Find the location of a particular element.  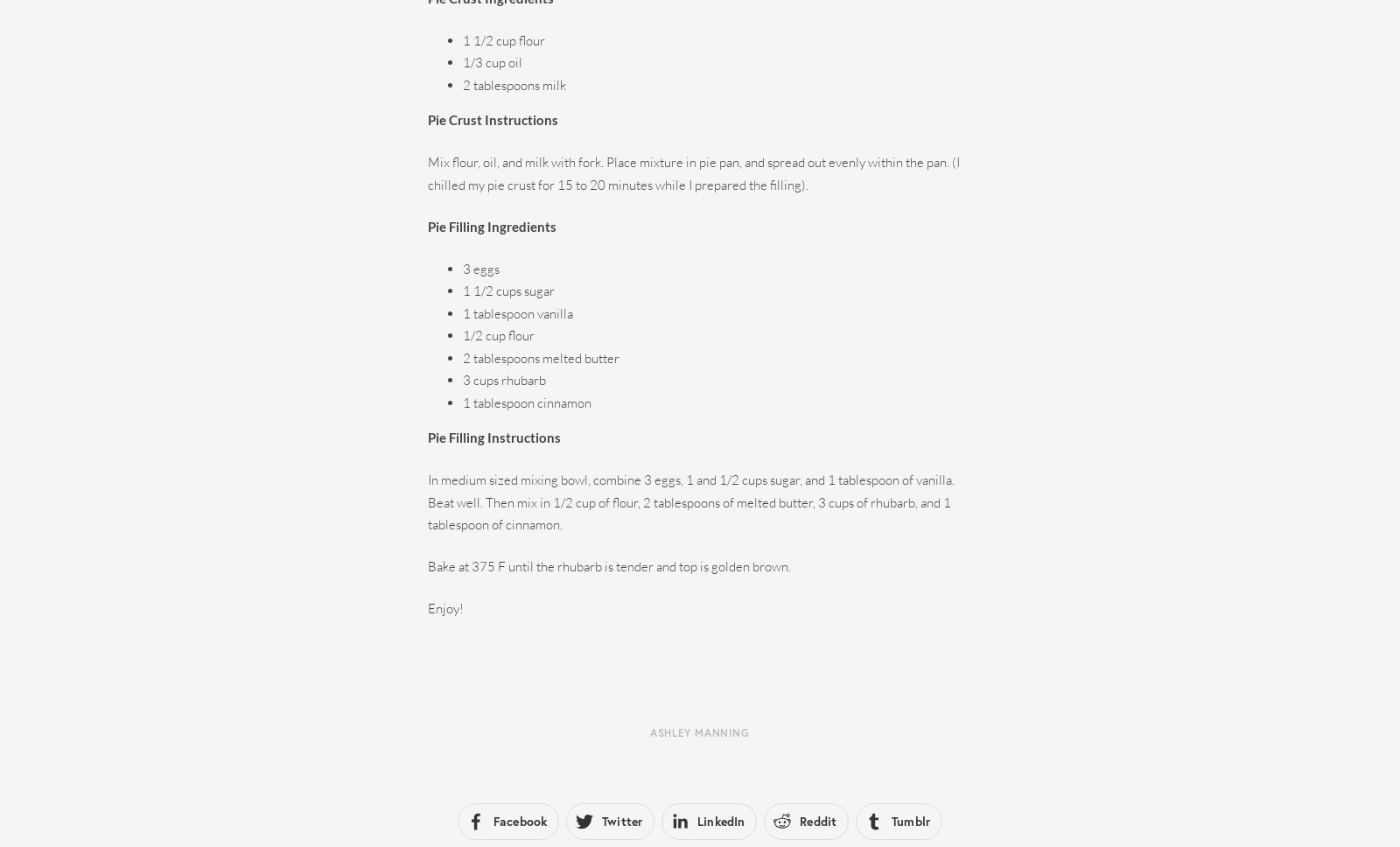

'Mix flour, oil, and milk with fork. Place mixture in pie pan, and spread out evenly within the pan. (I chilled my pie crust for 15 to 20 minutes while I prepared the filling).' is located at coordinates (693, 172).